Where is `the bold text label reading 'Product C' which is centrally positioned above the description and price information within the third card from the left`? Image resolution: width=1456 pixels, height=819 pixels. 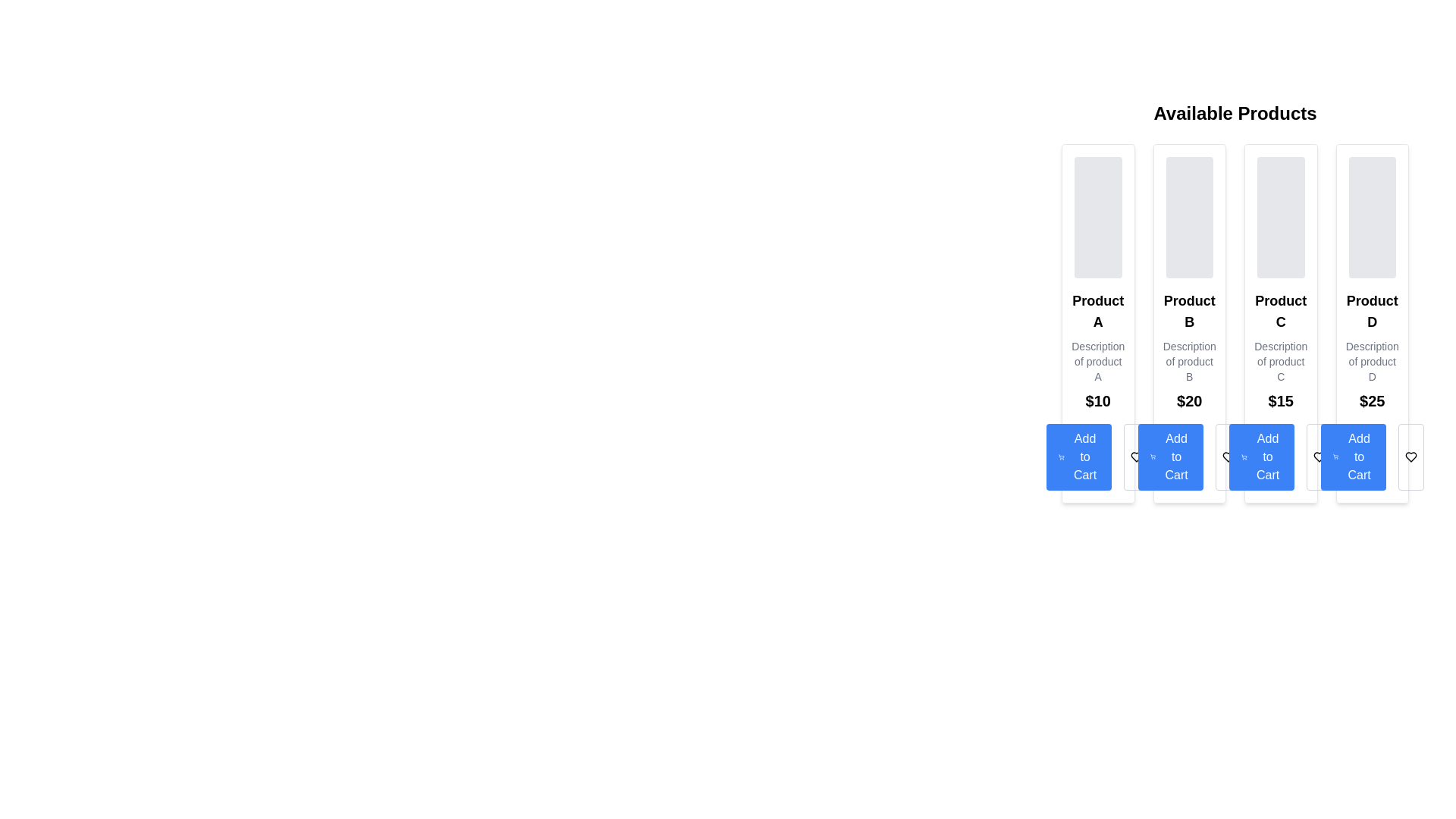
the bold text label reading 'Product C' which is centrally positioned above the description and price information within the third card from the left is located at coordinates (1280, 311).